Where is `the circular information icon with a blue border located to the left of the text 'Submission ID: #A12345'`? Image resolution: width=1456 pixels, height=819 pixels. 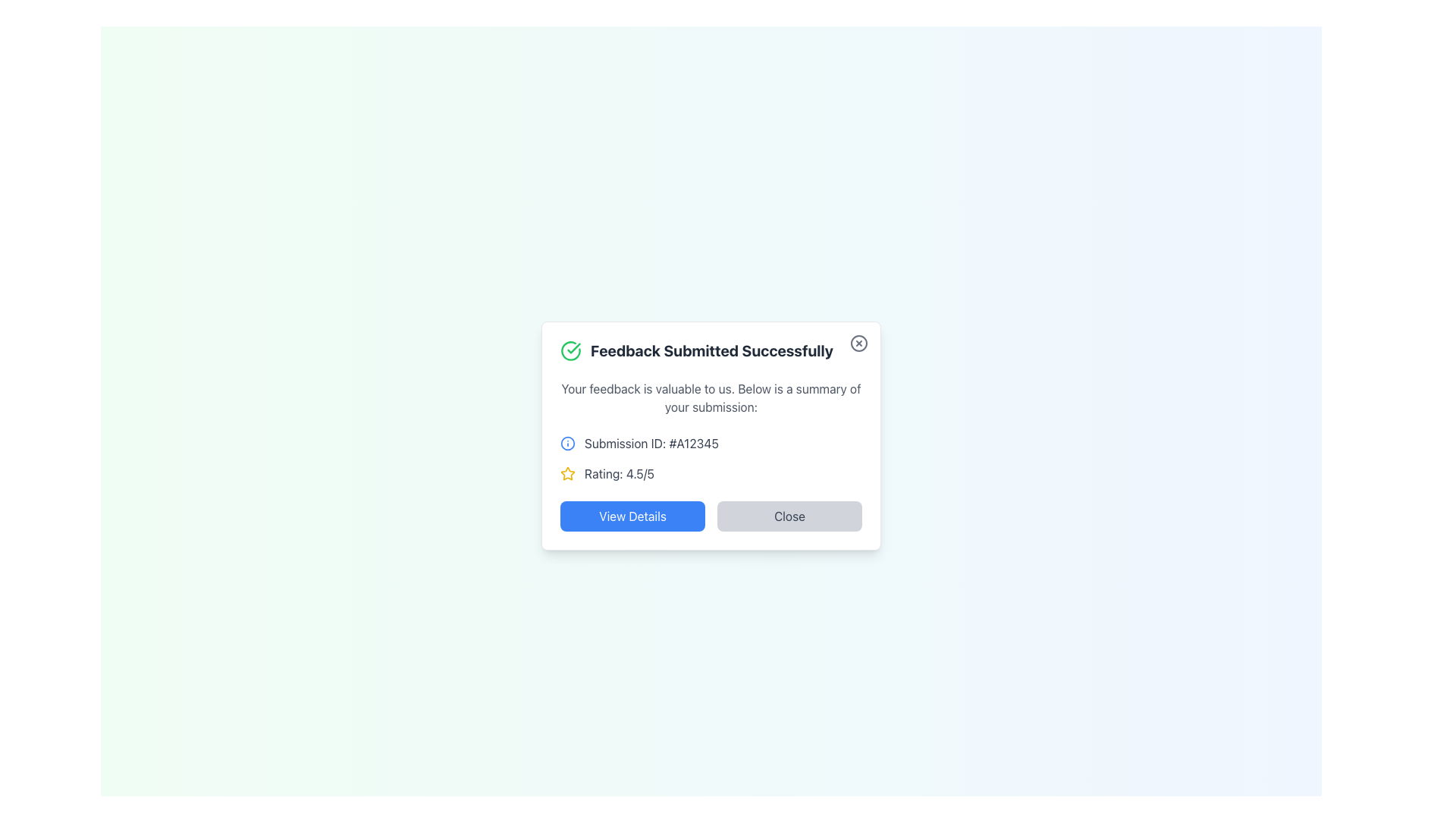 the circular information icon with a blue border located to the left of the text 'Submission ID: #A12345' is located at coordinates (566, 444).